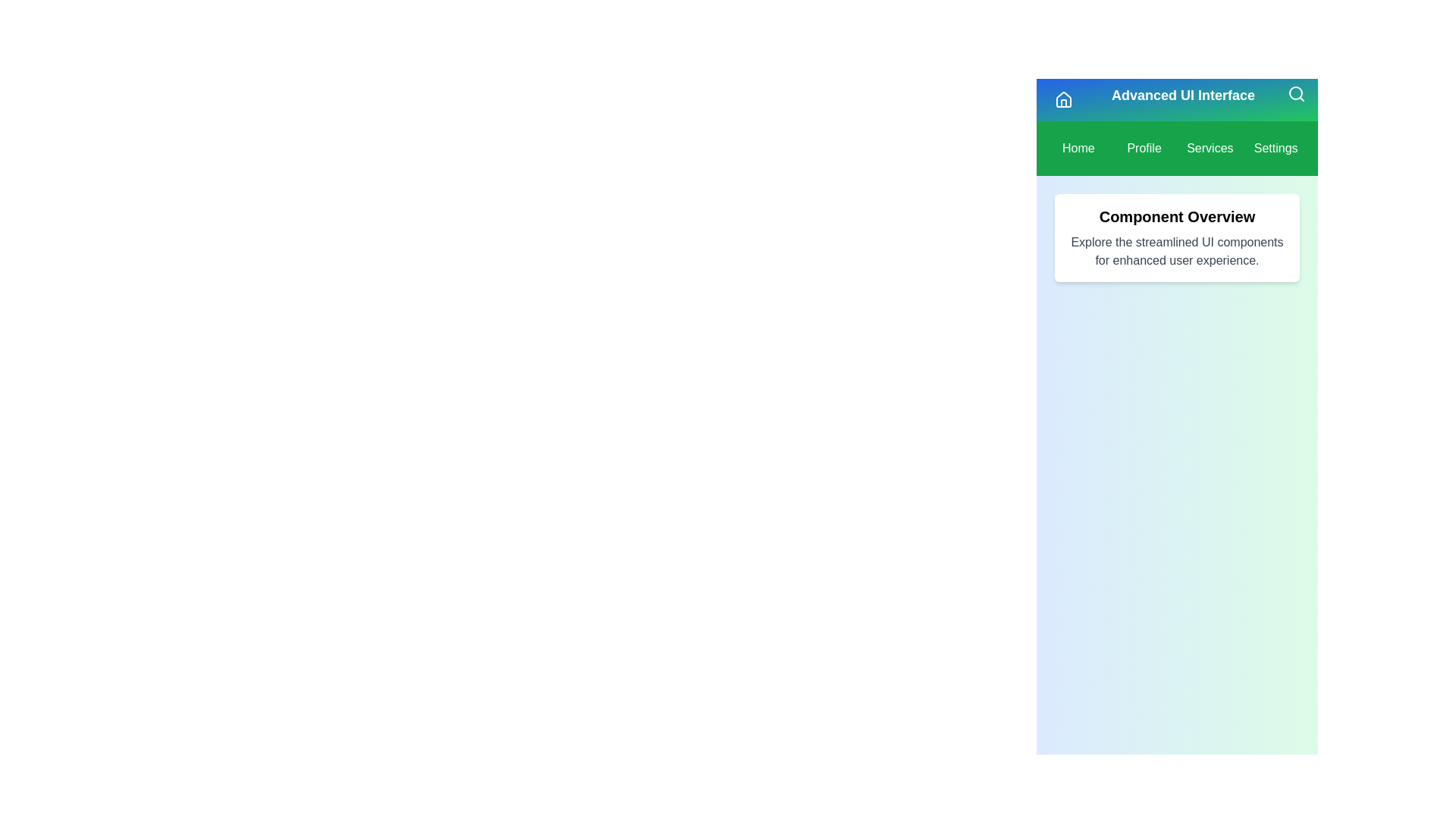 This screenshot has width=1456, height=819. I want to click on the menu item Home to navigate to the corresponding section, so click(1078, 149).